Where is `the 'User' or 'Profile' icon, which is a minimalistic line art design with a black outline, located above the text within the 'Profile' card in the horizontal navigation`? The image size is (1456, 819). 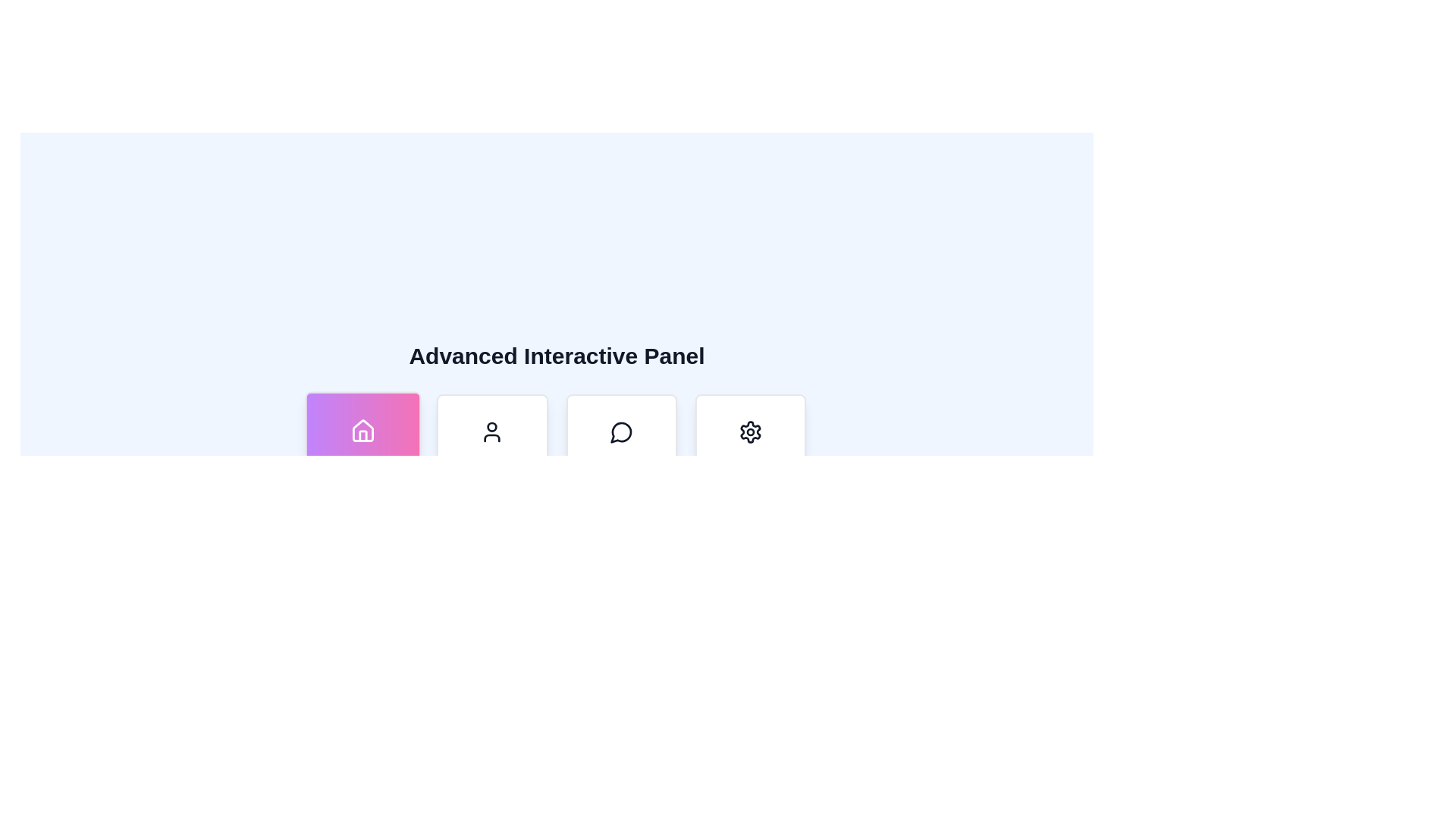
the 'User' or 'Profile' icon, which is a minimalistic line art design with a black outline, located above the text within the 'Profile' card in the horizontal navigation is located at coordinates (492, 432).